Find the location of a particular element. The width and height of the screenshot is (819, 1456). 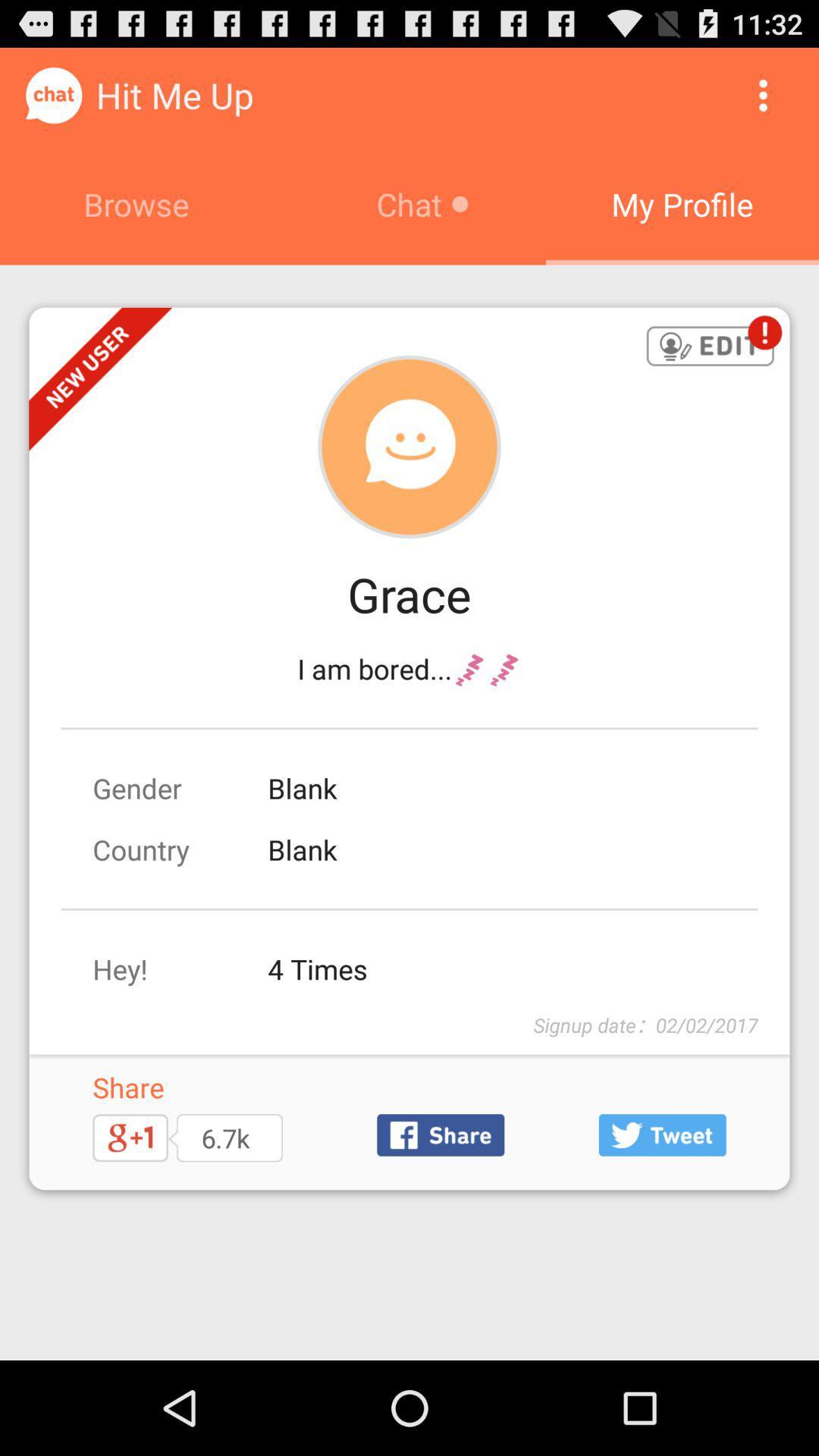

the icon below my profile item is located at coordinates (710, 347).